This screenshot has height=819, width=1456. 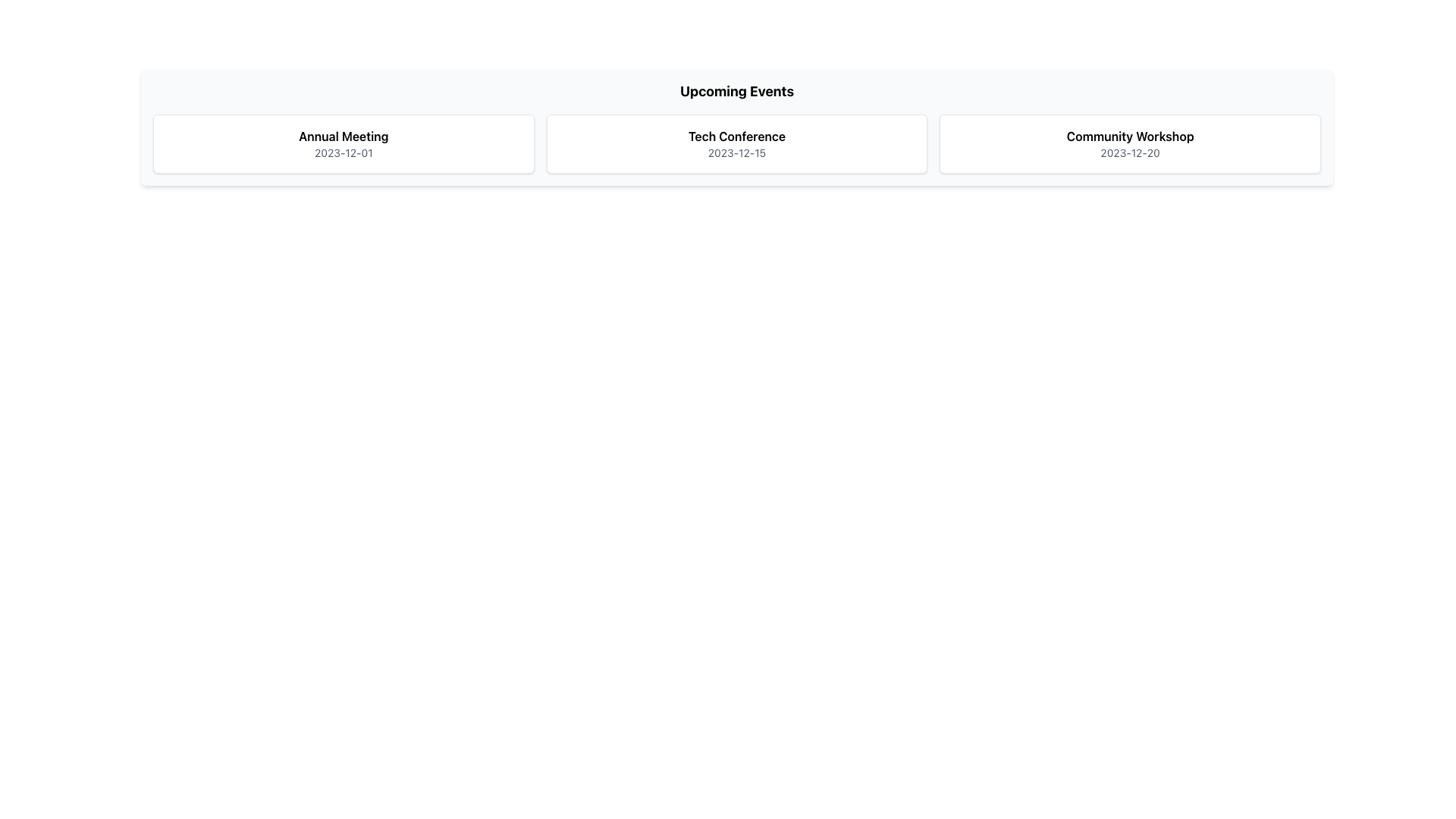 I want to click on the text label displaying a date in small gray font located beneath 'Tech Conference', so click(x=736, y=152).